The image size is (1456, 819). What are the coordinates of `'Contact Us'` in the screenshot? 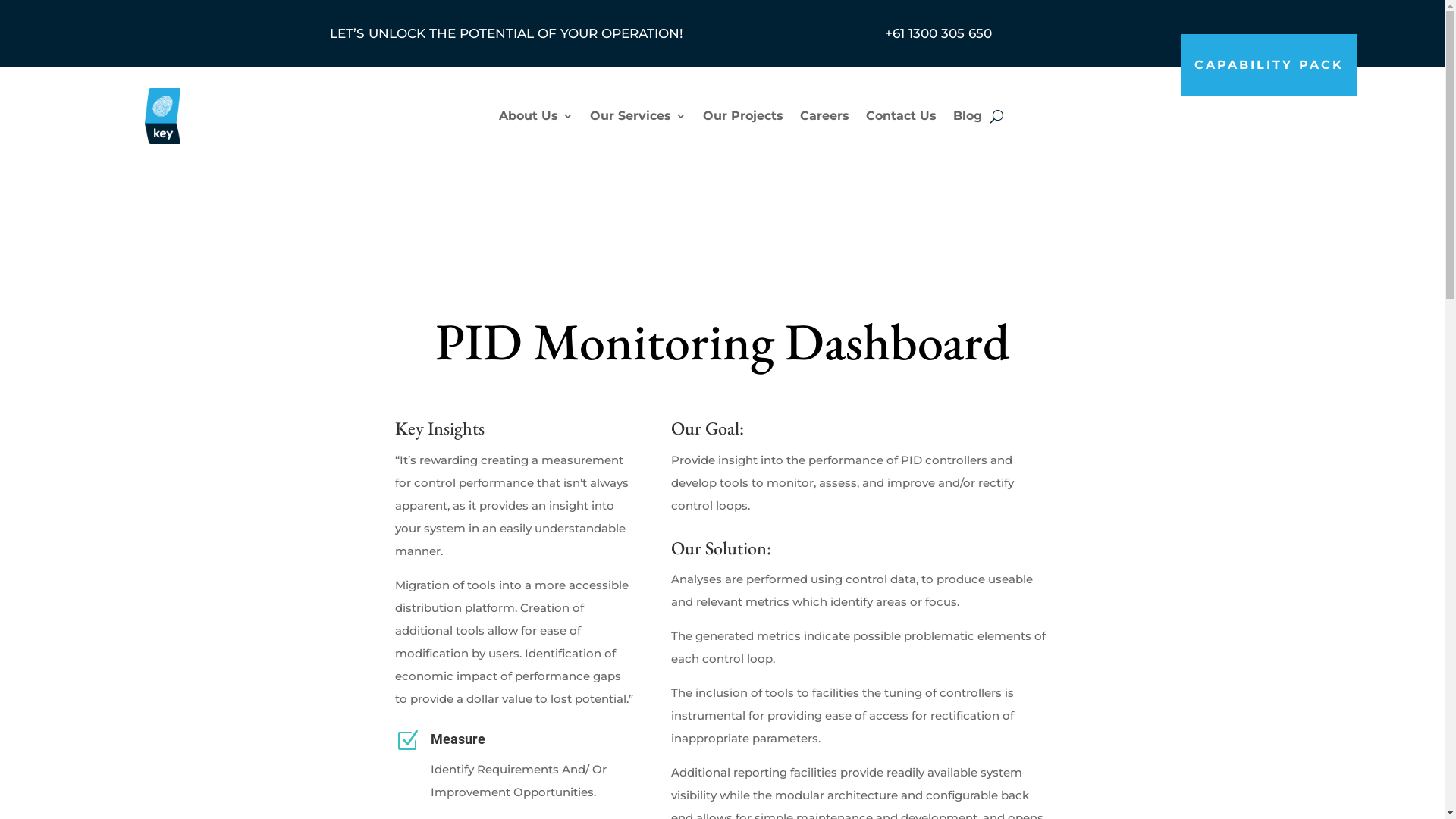 It's located at (901, 115).